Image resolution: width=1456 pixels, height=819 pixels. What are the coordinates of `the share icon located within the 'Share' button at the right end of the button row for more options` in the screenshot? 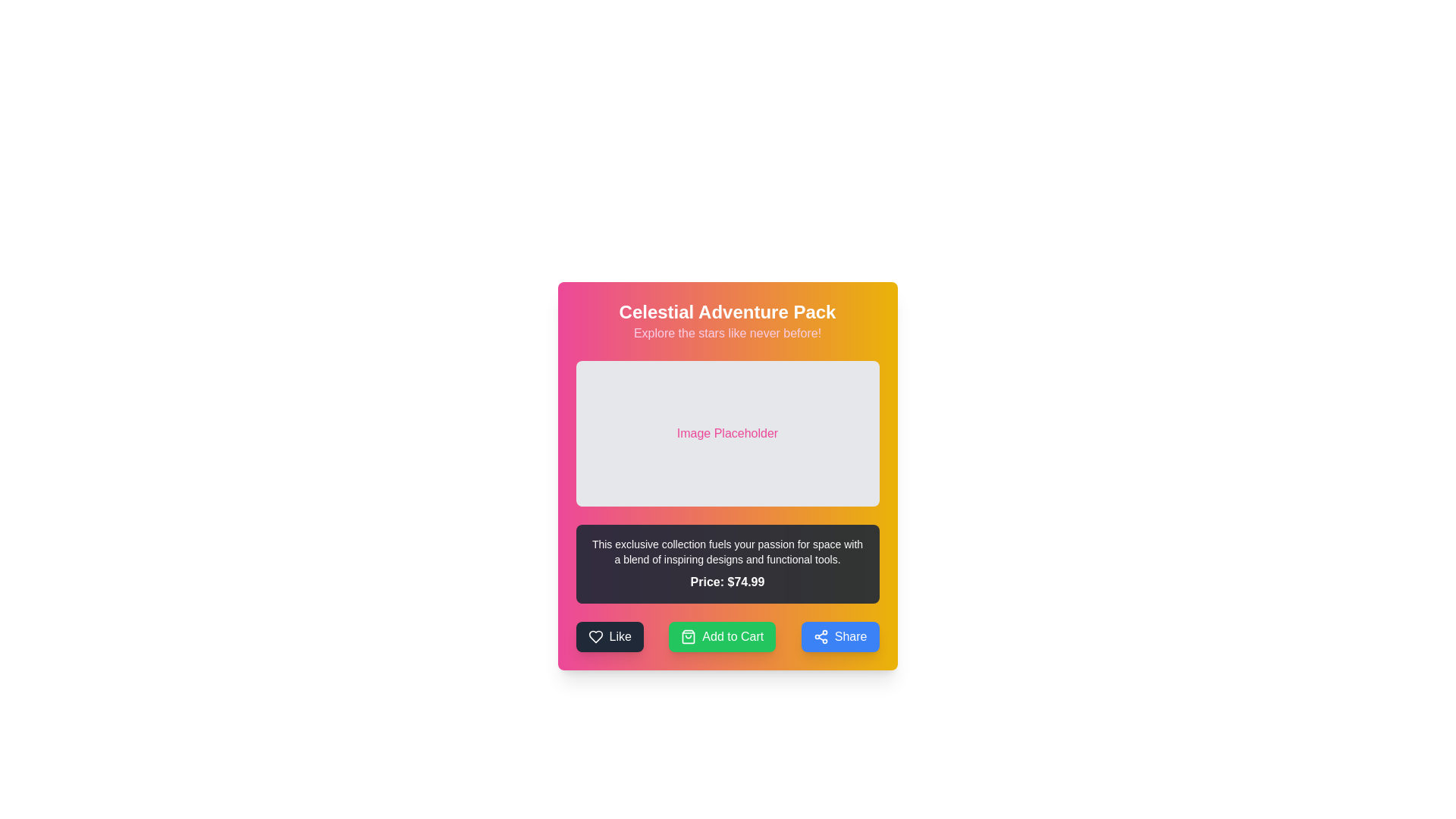 It's located at (820, 637).